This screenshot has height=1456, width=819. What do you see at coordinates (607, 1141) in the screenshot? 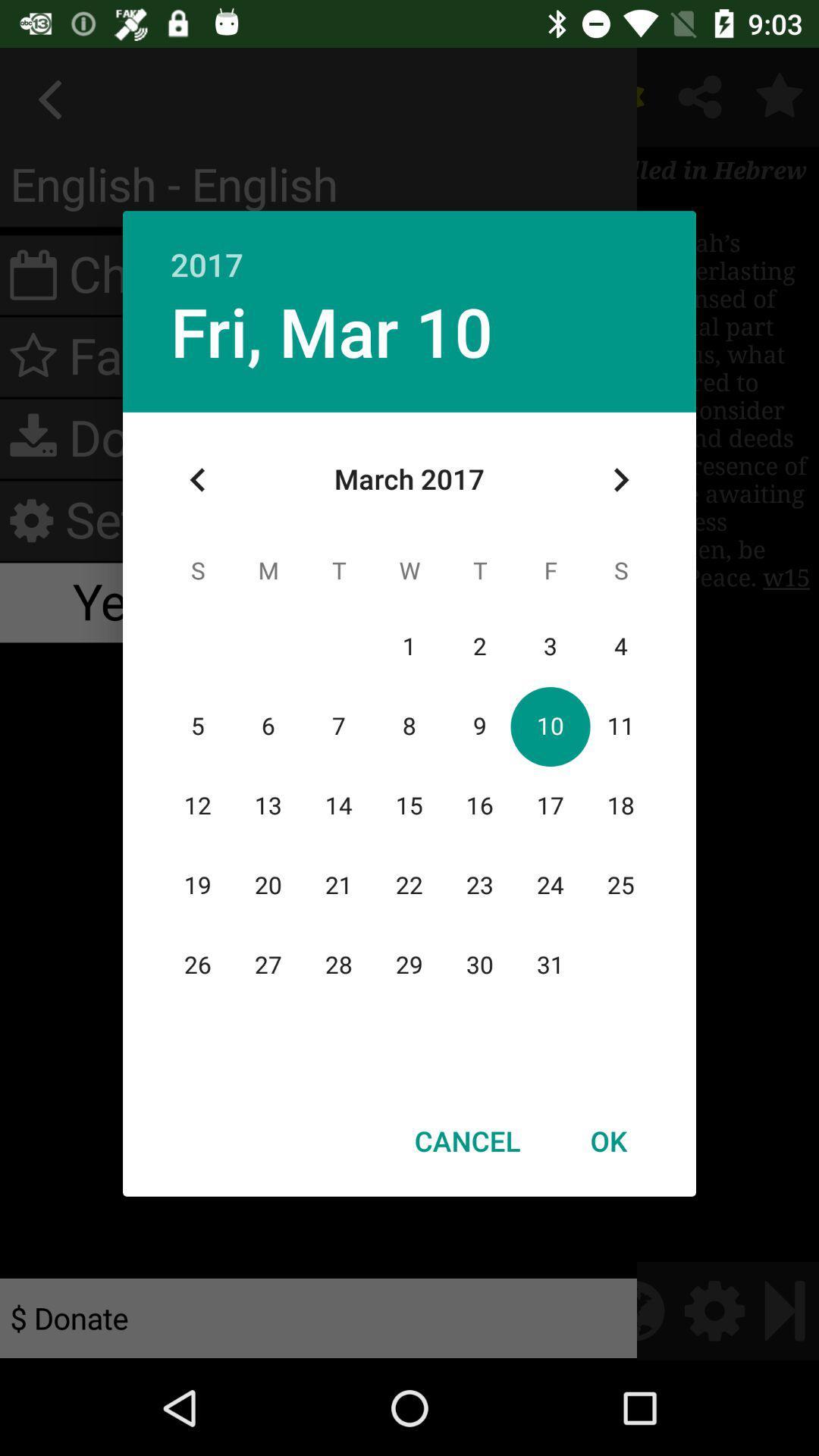
I see `the button to the right of cancel icon` at bounding box center [607, 1141].